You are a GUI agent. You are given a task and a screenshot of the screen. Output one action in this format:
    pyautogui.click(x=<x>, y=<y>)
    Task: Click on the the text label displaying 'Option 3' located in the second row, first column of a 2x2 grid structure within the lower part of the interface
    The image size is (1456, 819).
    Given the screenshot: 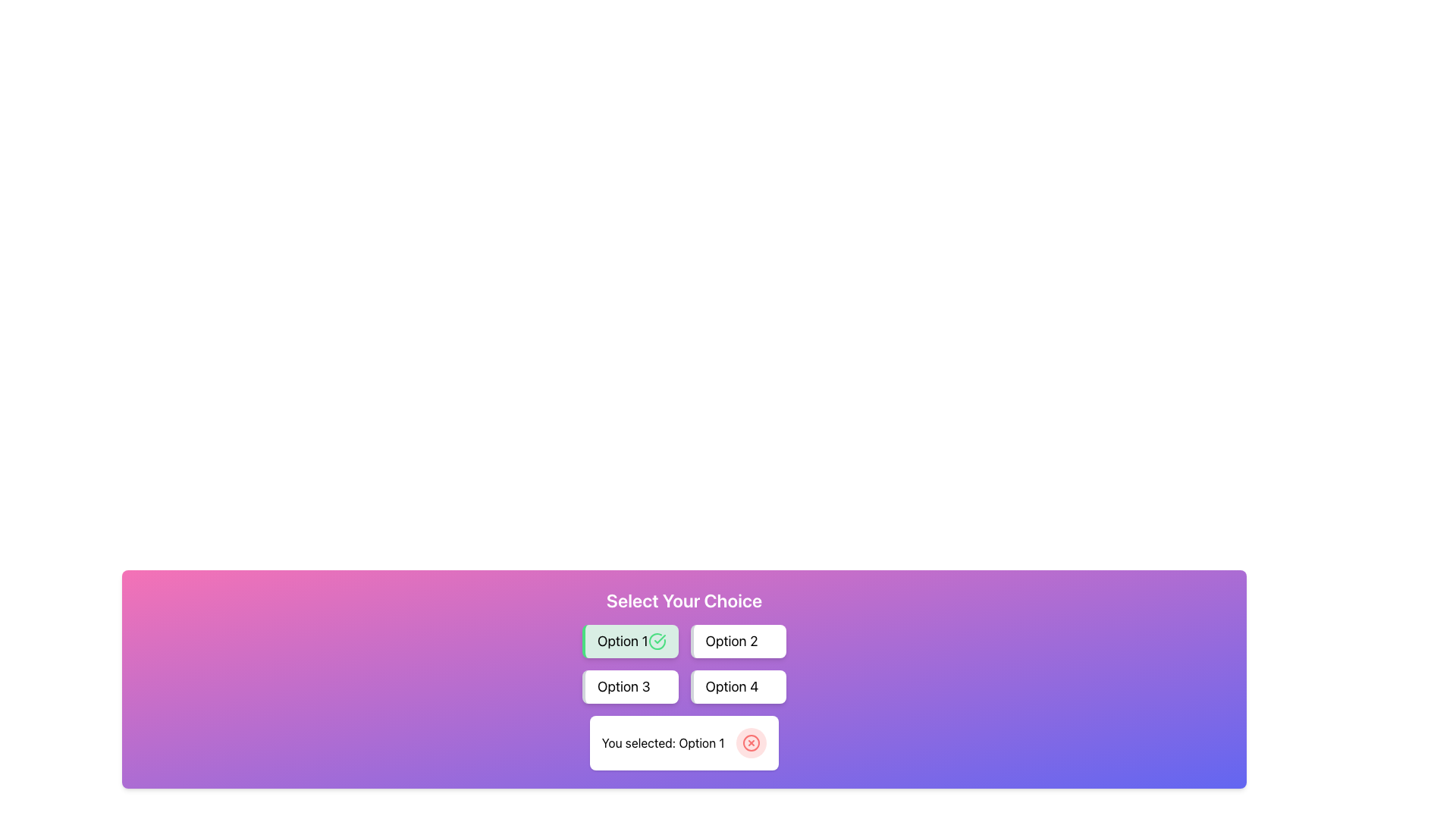 What is the action you would take?
    pyautogui.click(x=623, y=687)
    